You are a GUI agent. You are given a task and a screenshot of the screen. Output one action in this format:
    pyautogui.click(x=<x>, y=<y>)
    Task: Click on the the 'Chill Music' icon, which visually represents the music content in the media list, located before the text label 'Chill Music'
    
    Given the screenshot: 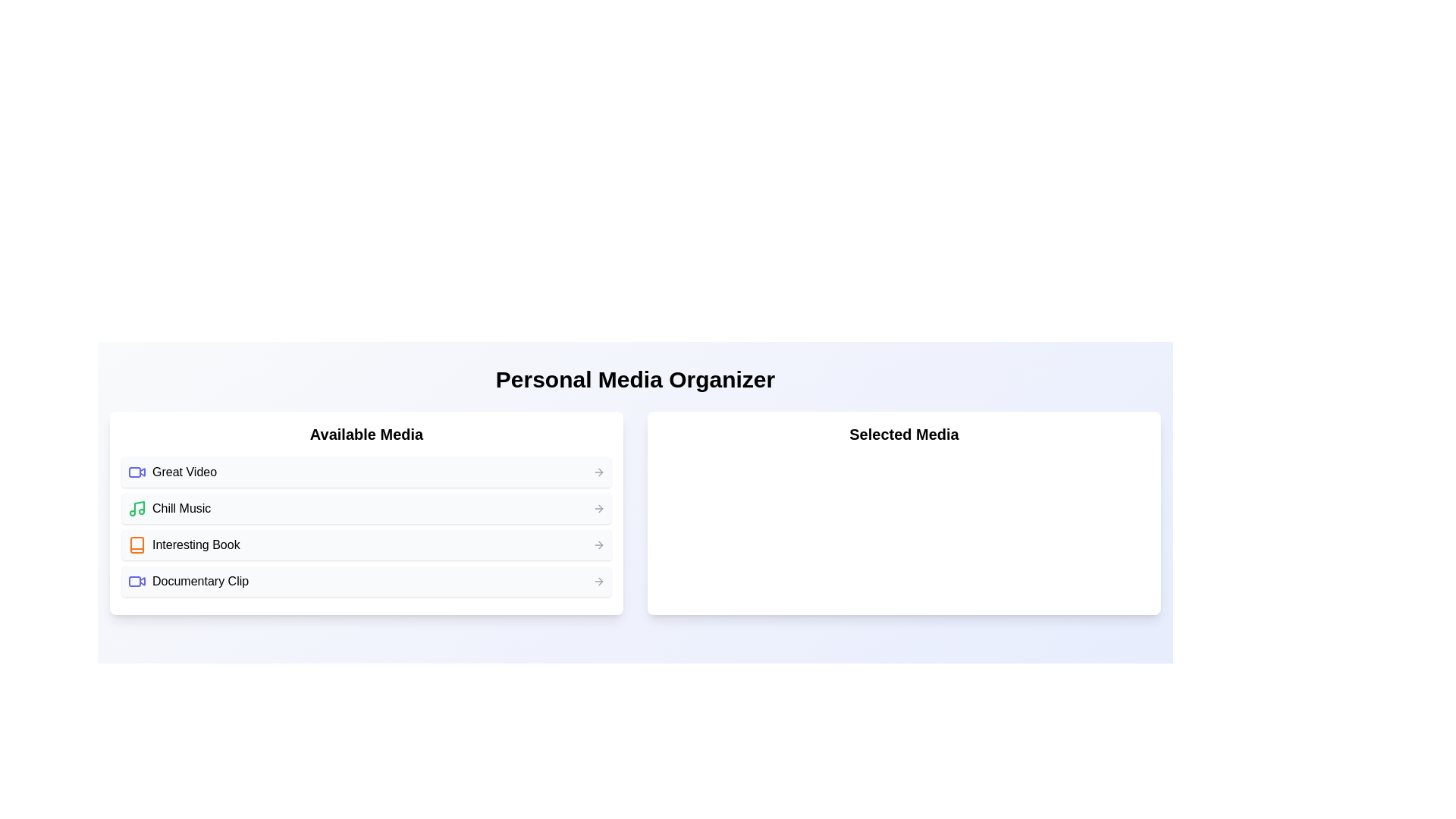 What is the action you would take?
    pyautogui.click(x=137, y=509)
    